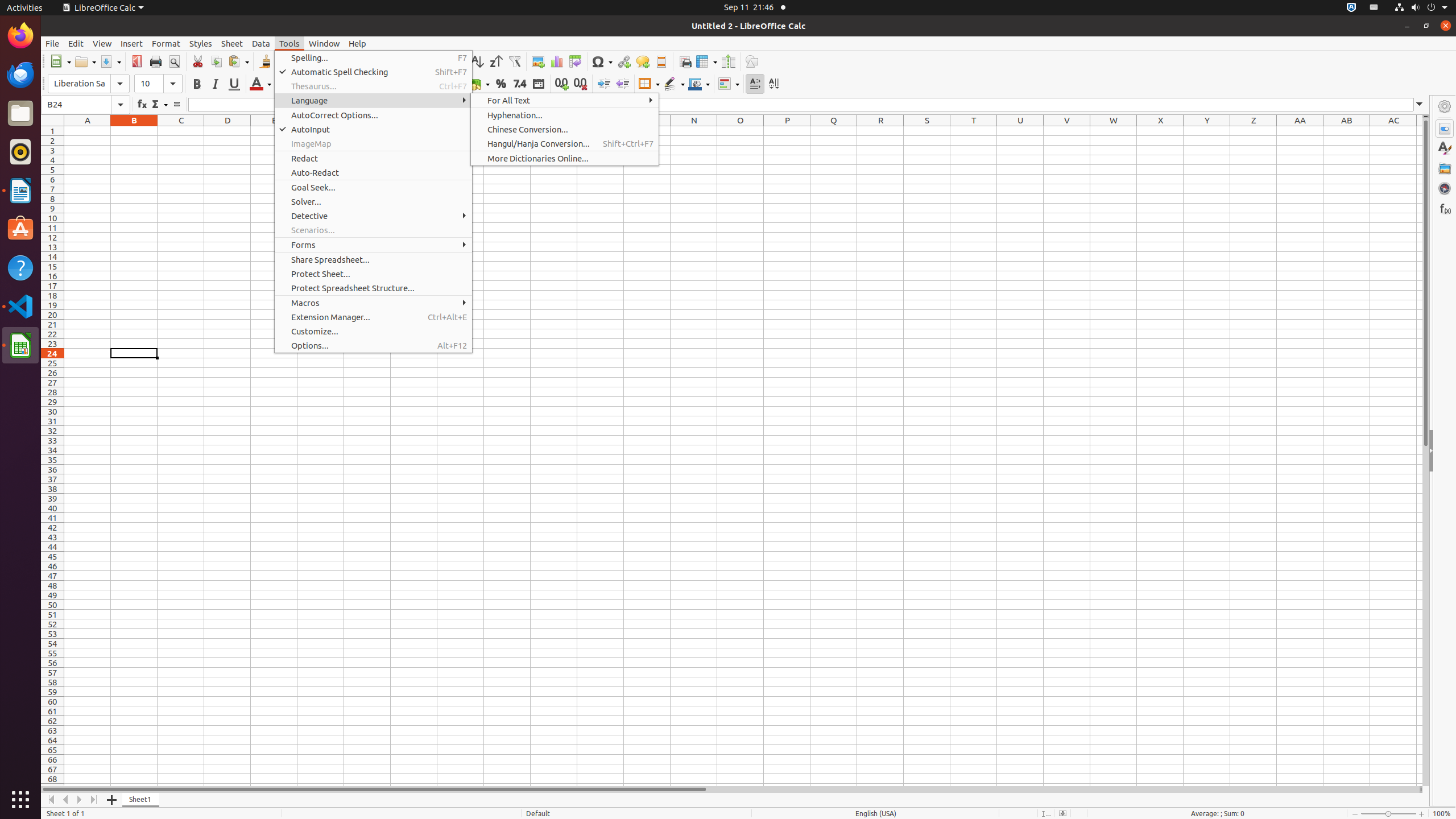 Image resolution: width=1456 pixels, height=819 pixels. What do you see at coordinates (264, 61) in the screenshot?
I see `'Clone'` at bounding box center [264, 61].